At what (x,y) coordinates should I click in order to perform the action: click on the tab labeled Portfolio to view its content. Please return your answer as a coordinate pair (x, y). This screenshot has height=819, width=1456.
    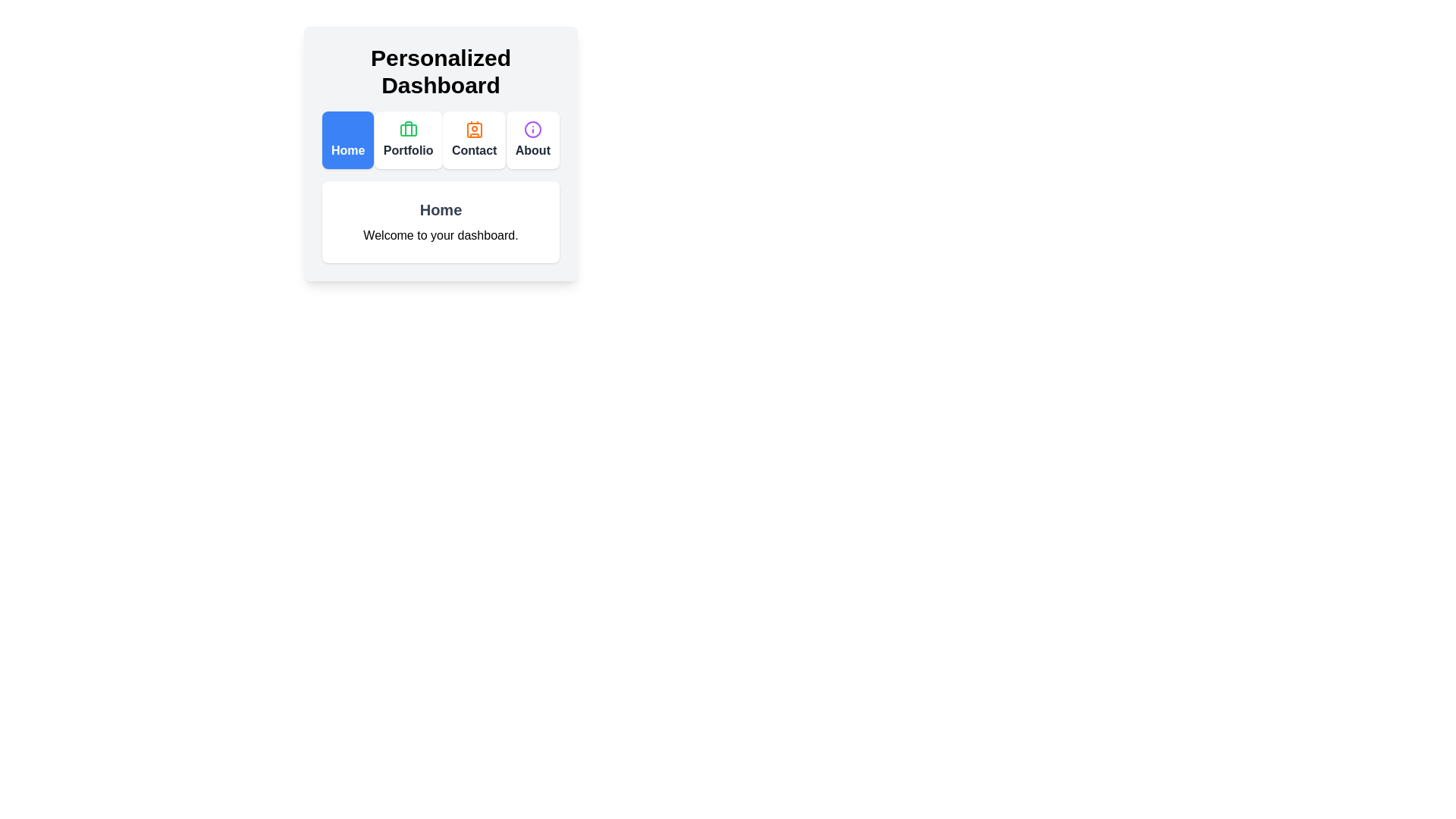
    Looking at the image, I should click on (407, 140).